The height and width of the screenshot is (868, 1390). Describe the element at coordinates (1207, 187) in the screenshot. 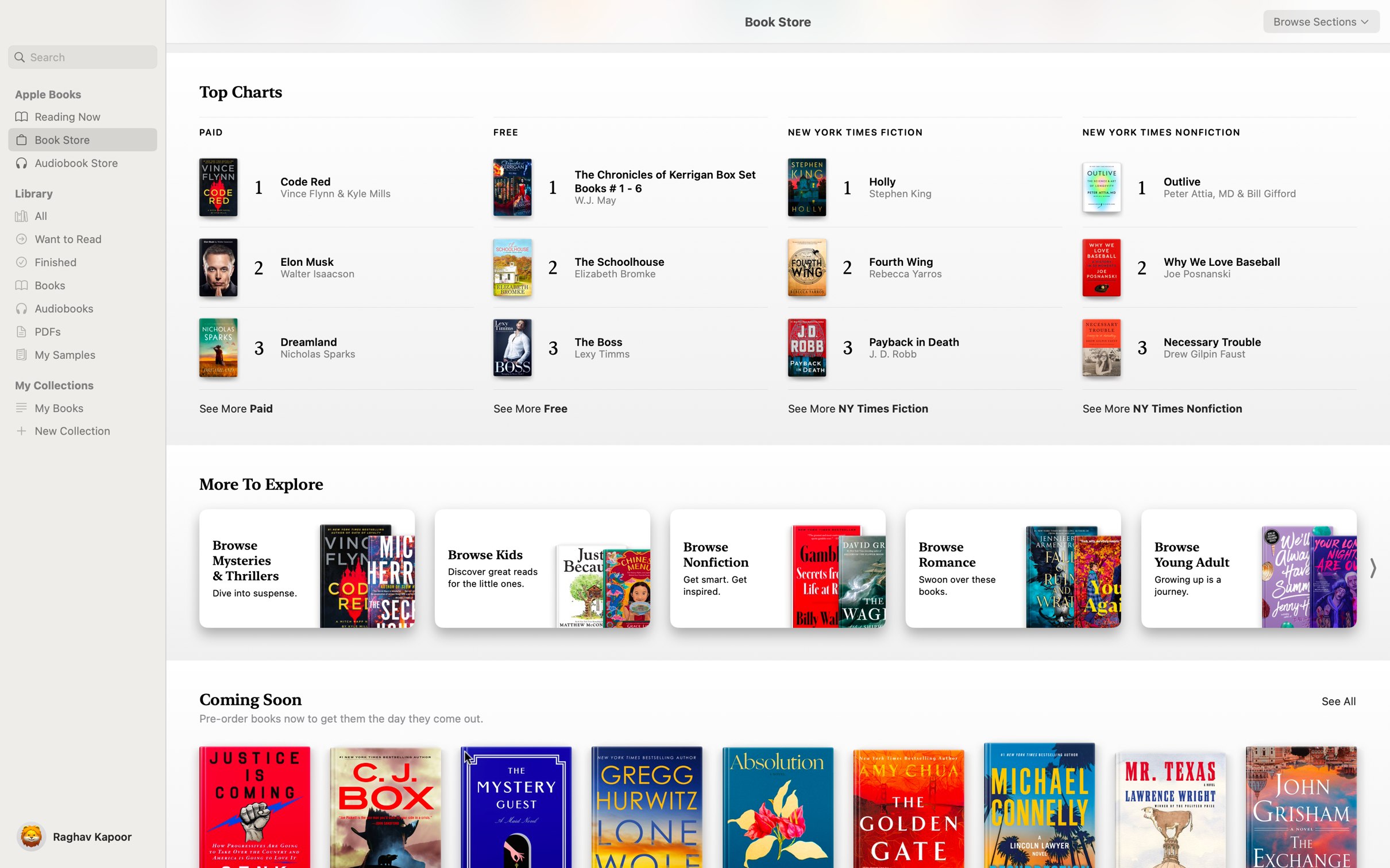

I see `Read "Outlive" from NY Times Notifications` at that location.